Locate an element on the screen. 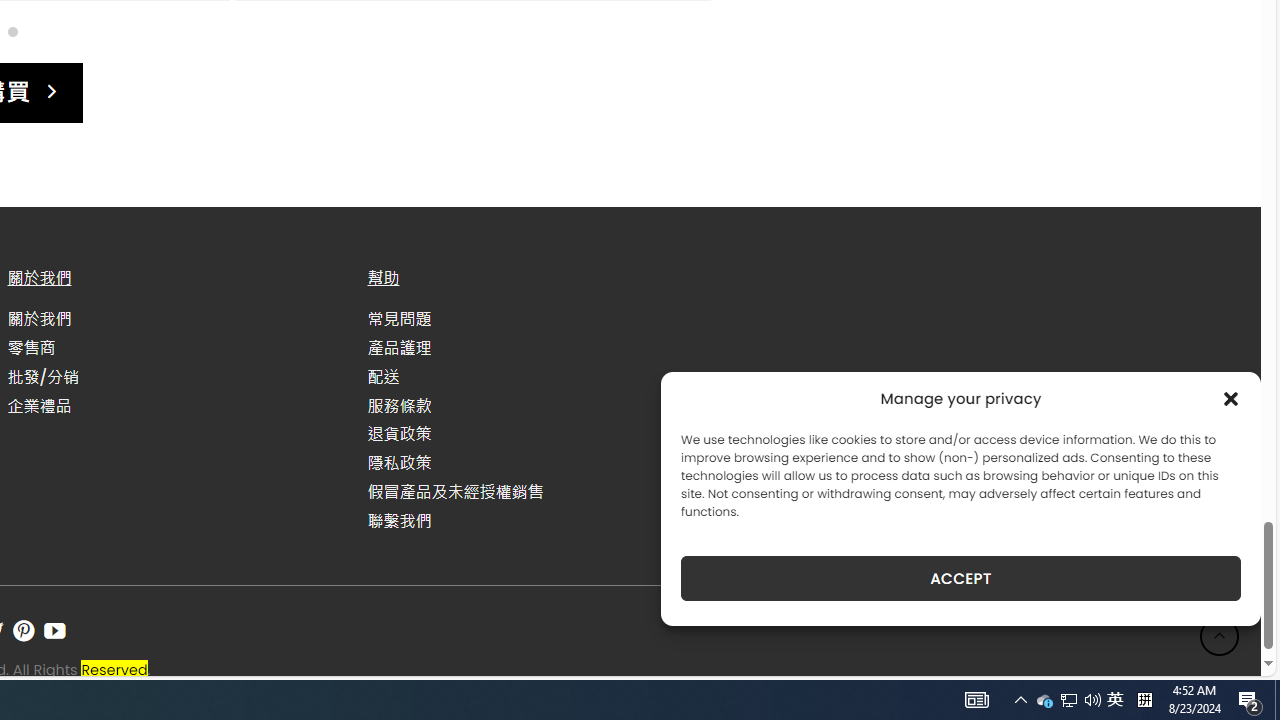  'Page dot 3' is located at coordinates (12, 31).